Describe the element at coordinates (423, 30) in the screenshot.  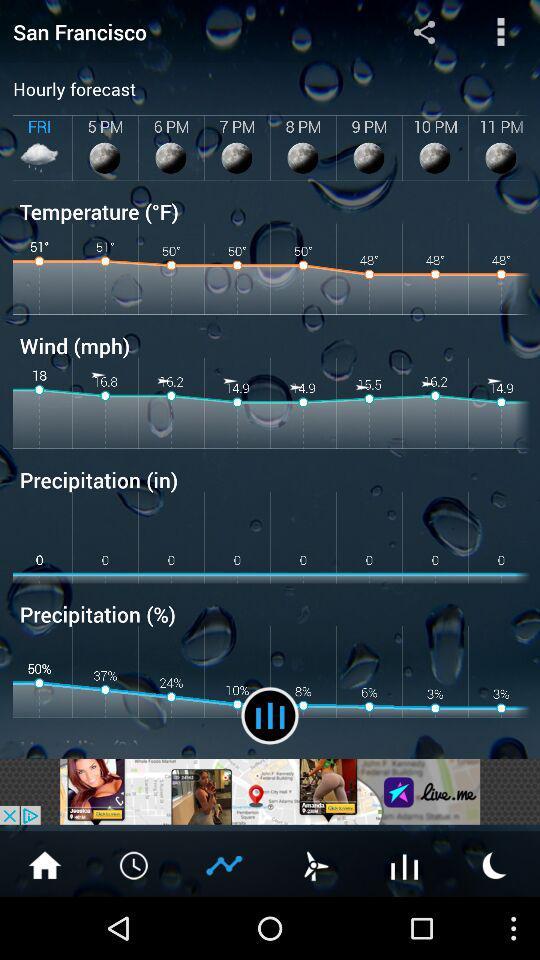
I see `the icon above the hourly forecast` at that location.